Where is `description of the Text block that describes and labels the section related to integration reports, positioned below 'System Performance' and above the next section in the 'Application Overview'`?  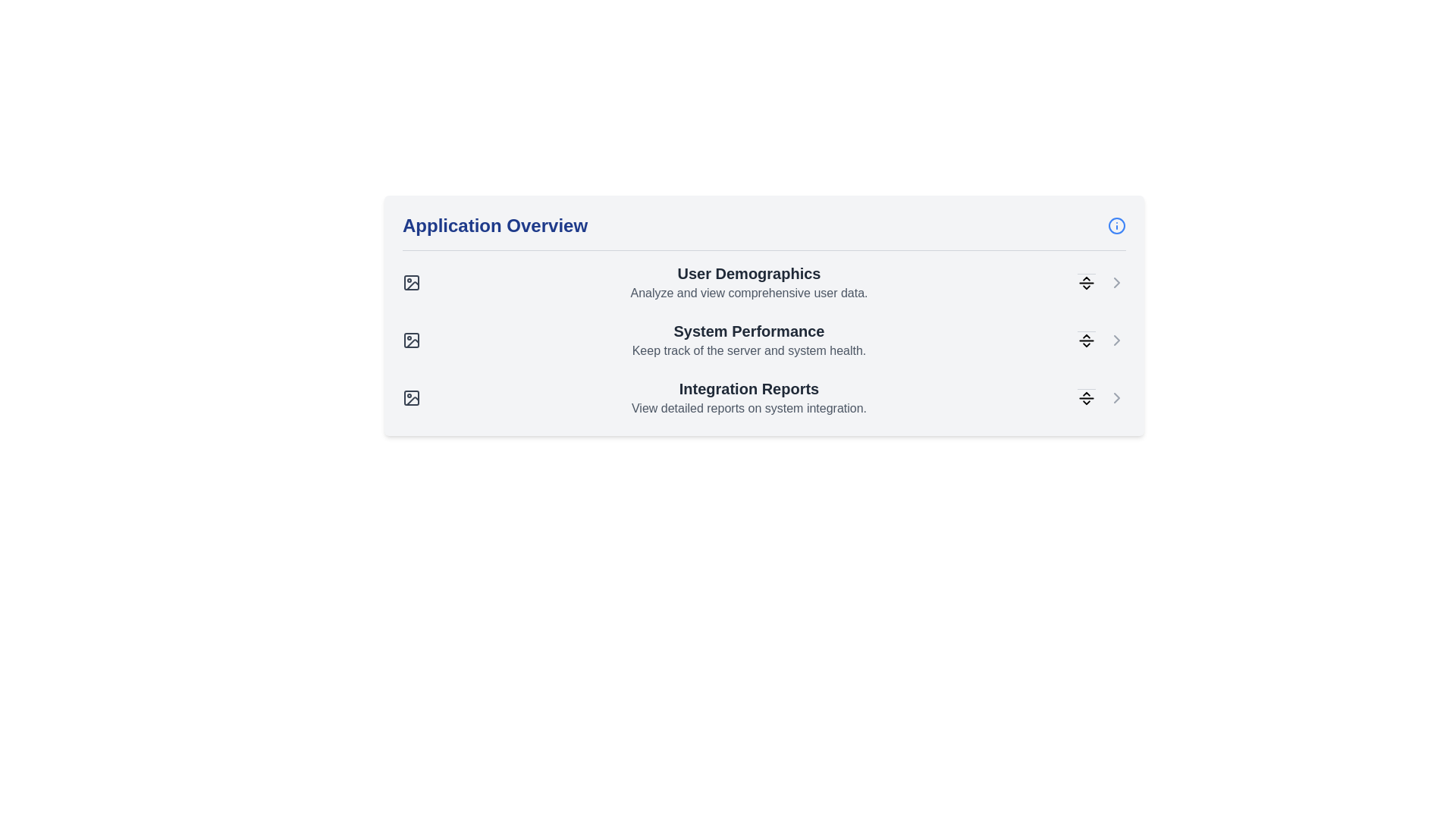 description of the Text block that describes and labels the section related to integration reports, positioned below 'System Performance' and above the next section in the 'Application Overview' is located at coordinates (749, 397).